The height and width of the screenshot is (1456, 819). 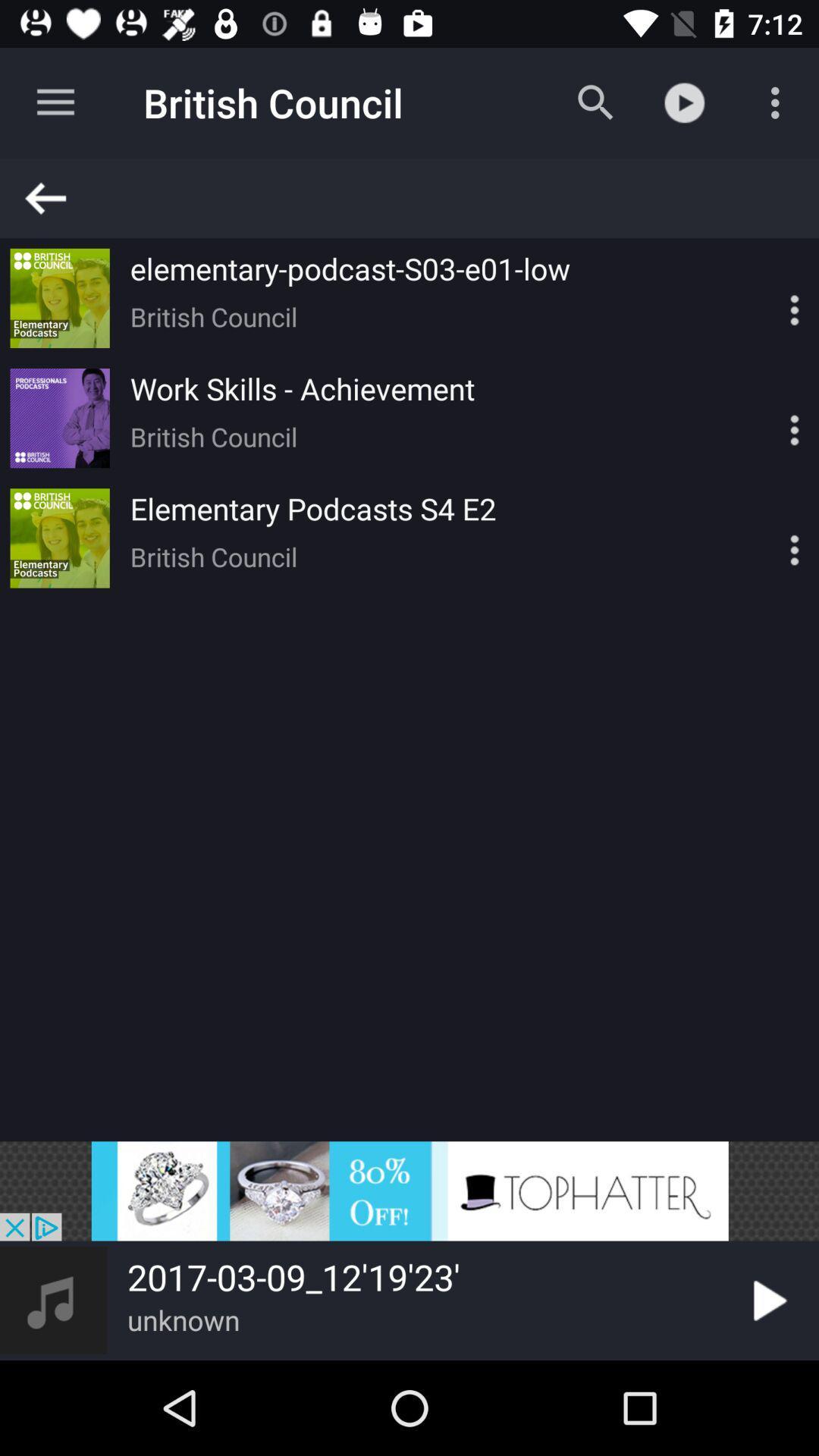 What do you see at coordinates (768, 418) in the screenshot?
I see `open info` at bounding box center [768, 418].